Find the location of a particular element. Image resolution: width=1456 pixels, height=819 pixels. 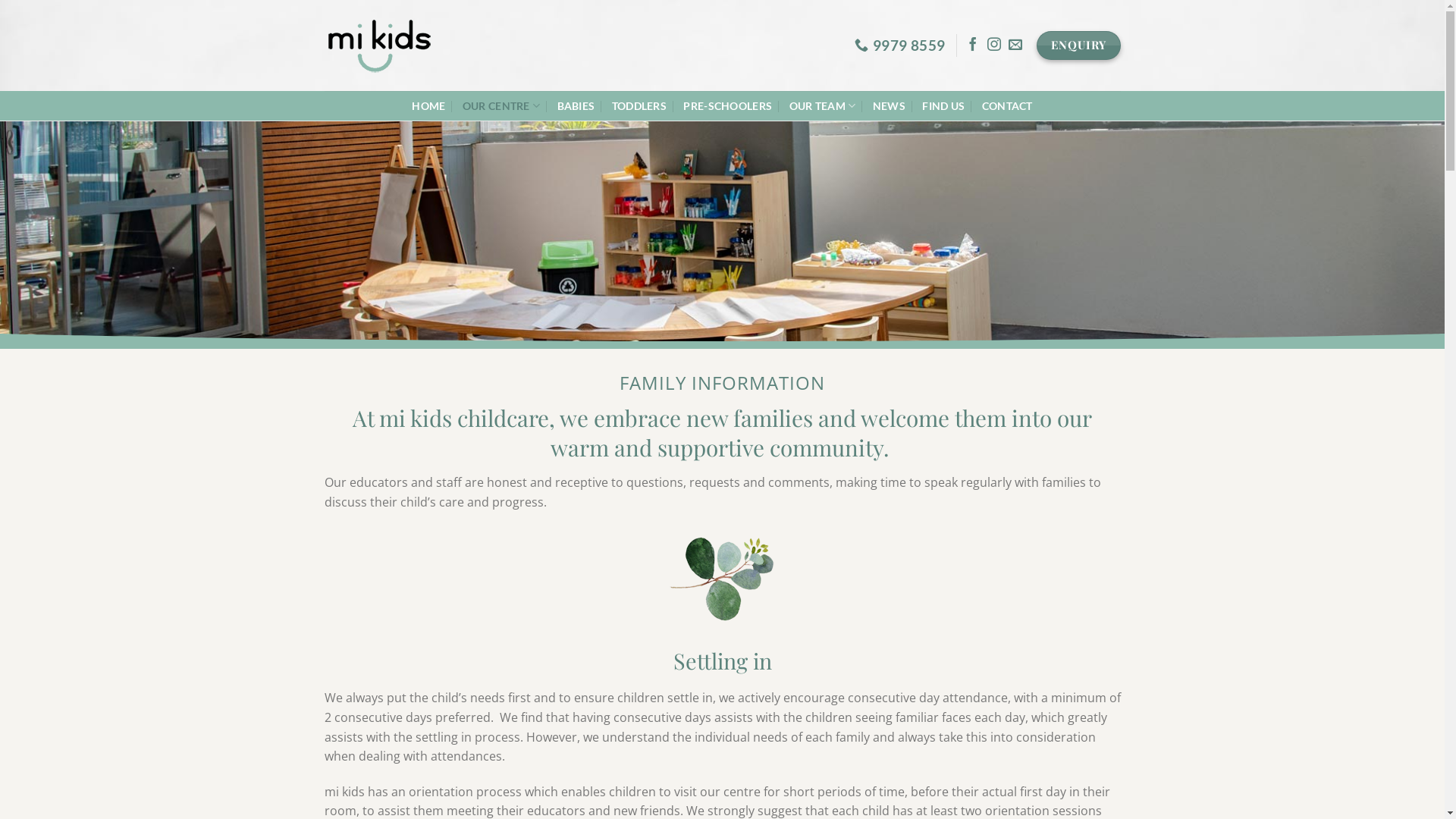

'OUR TEAM' is located at coordinates (821, 105).